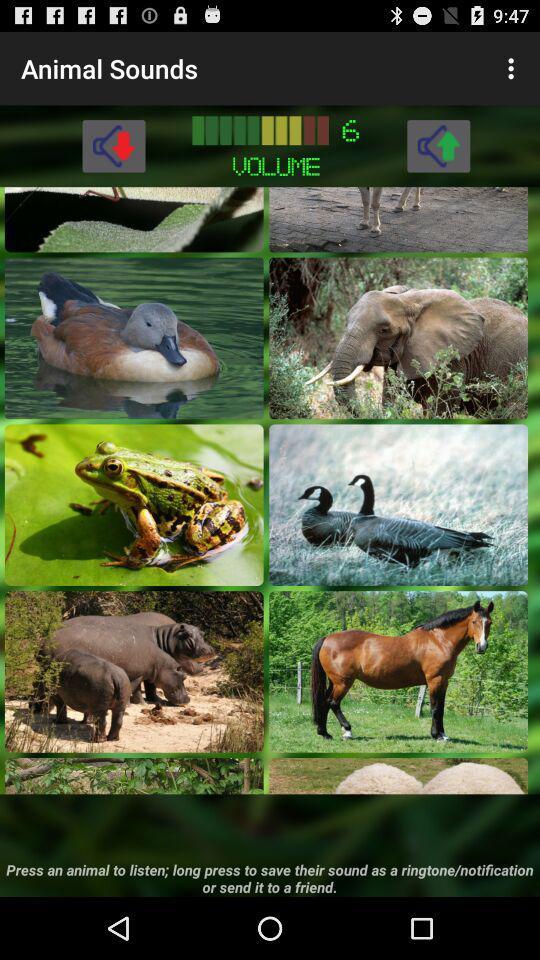 The height and width of the screenshot is (960, 540). I want to click on press to listen long press to save or send sound, so click(134, 775).